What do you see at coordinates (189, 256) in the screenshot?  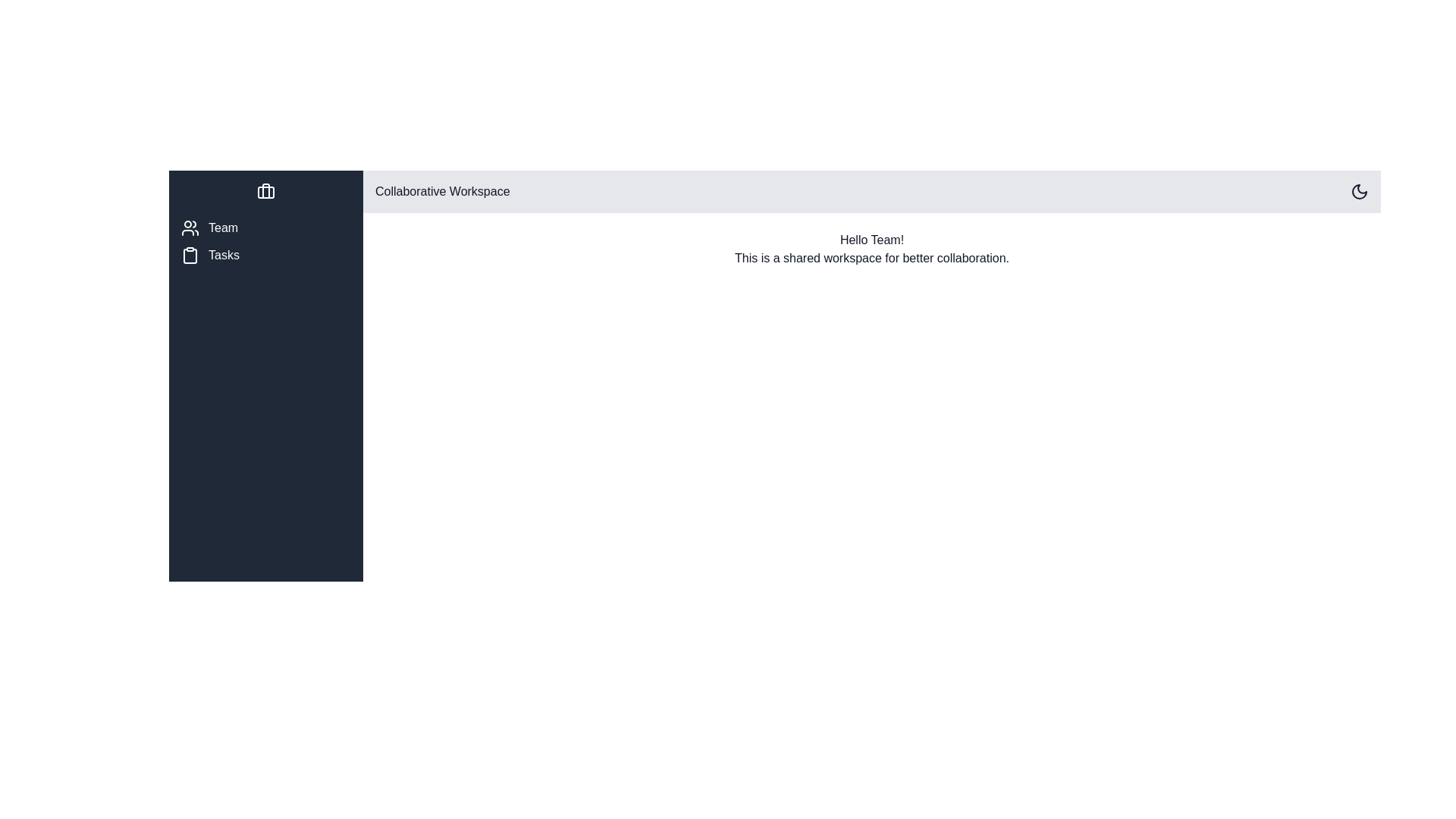 I see `the clipboard vector icon located in the left navigation bar, which is styled in white on a dark background and positioned as the second icon from the top` at bounding box center [189, 256].